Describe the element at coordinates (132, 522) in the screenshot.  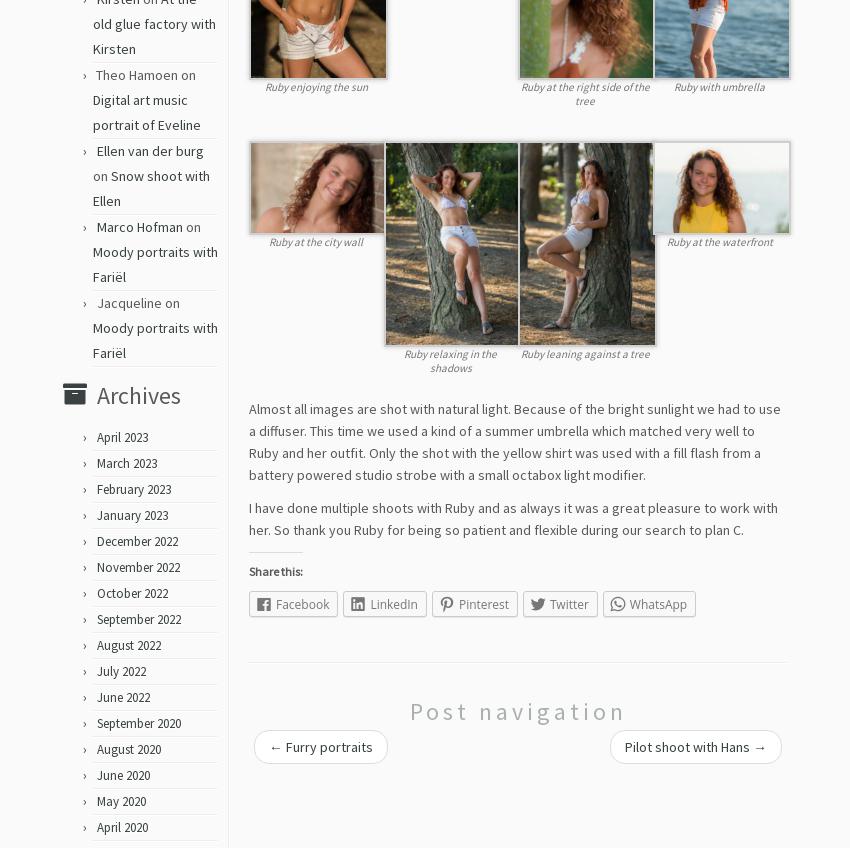
I see `'January 2023'` at that location.